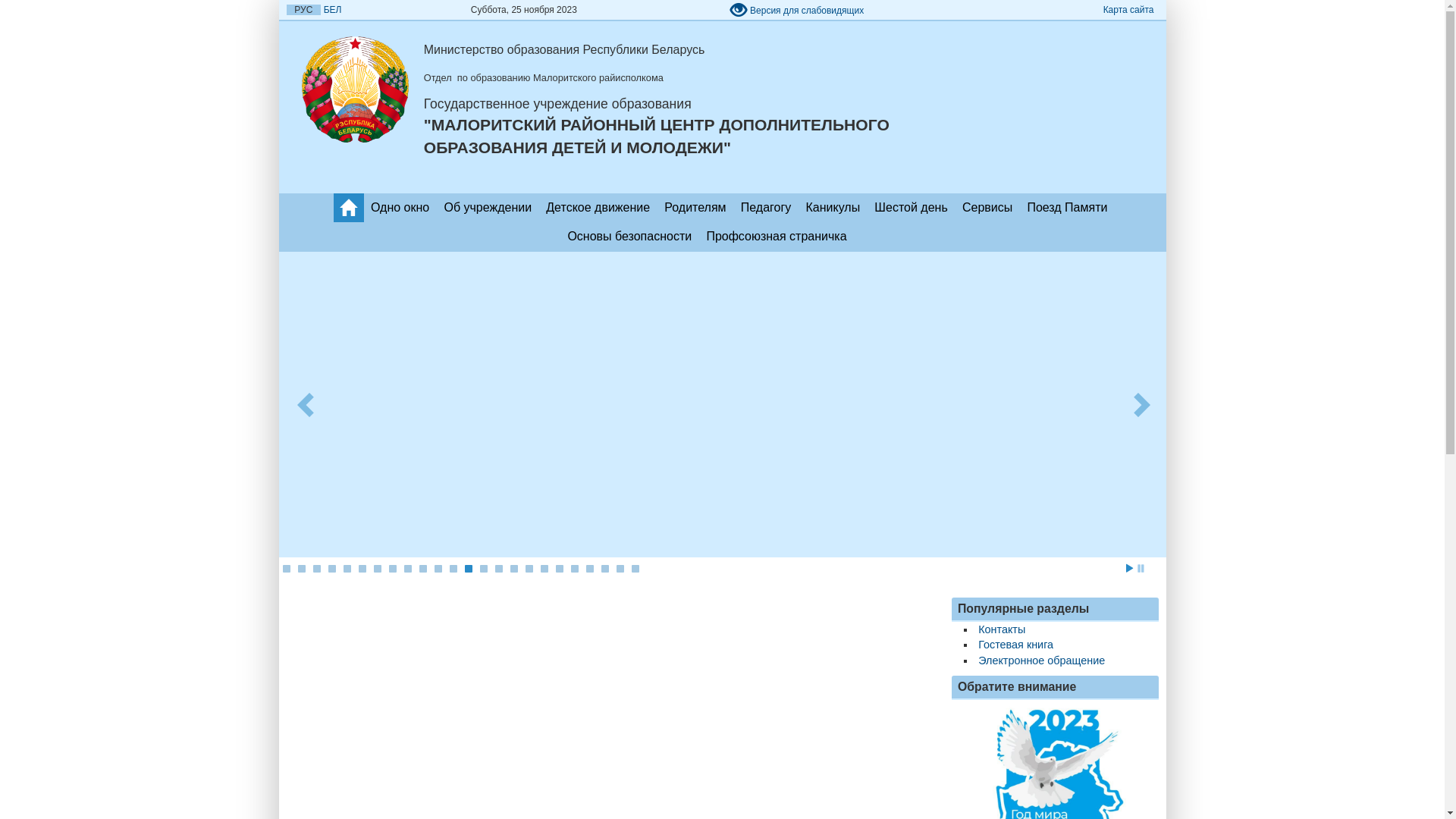 The width and height of the screenshot is (1456, 819). Describe the element at coordinates (528, 568) in the screenshot. I see `'17'` at that location.